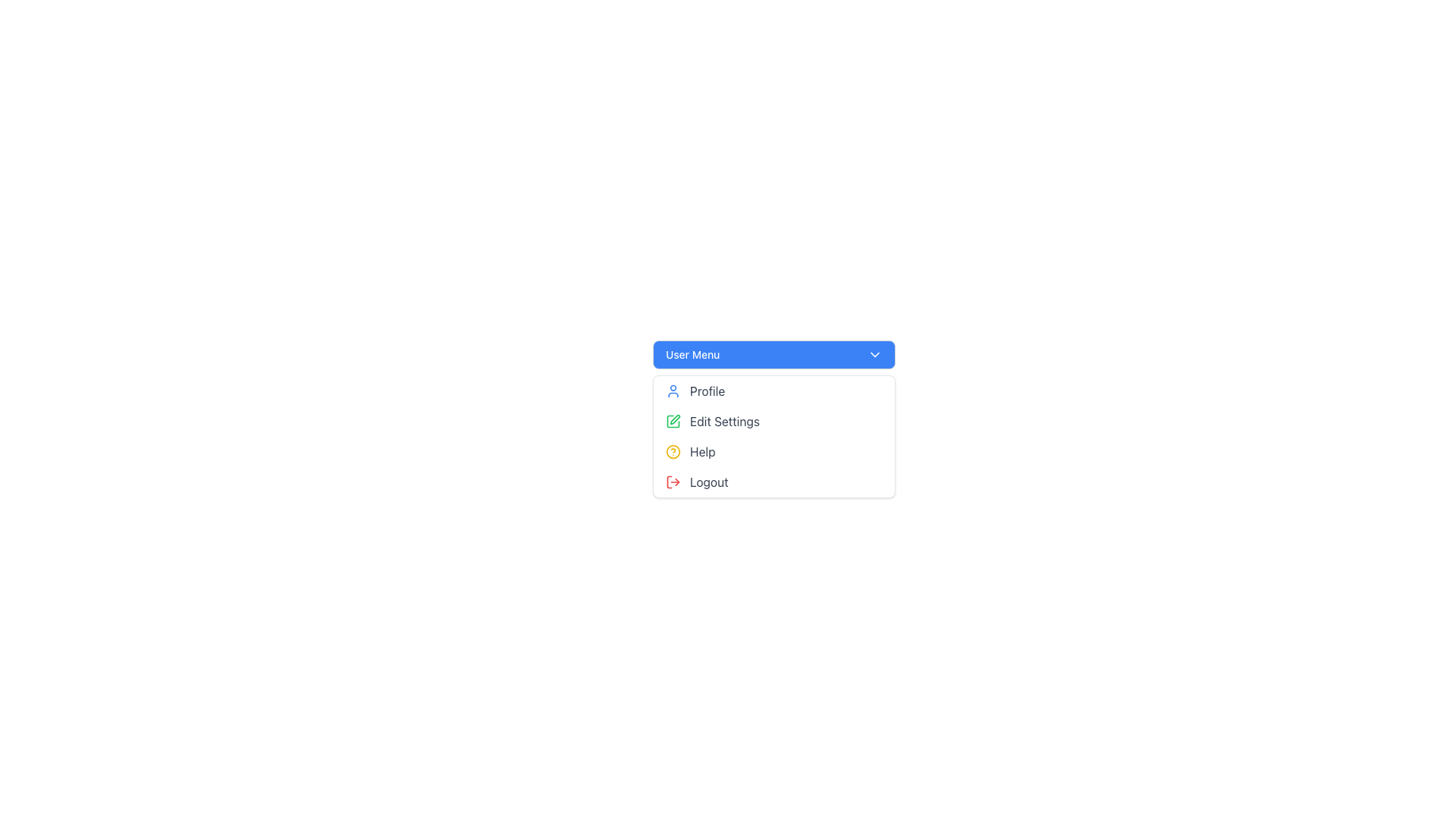 The height and width of the screenshot is (819, 1456). What do you see at coordinates (692, 354) in the screenshot?
I see `the 'User Menu' text label which is displayed in white on a blue background, styled with medium font weight, and positioned within a rounded rectangle in the top-center region of the user interface` at bounding box center [692, 354].